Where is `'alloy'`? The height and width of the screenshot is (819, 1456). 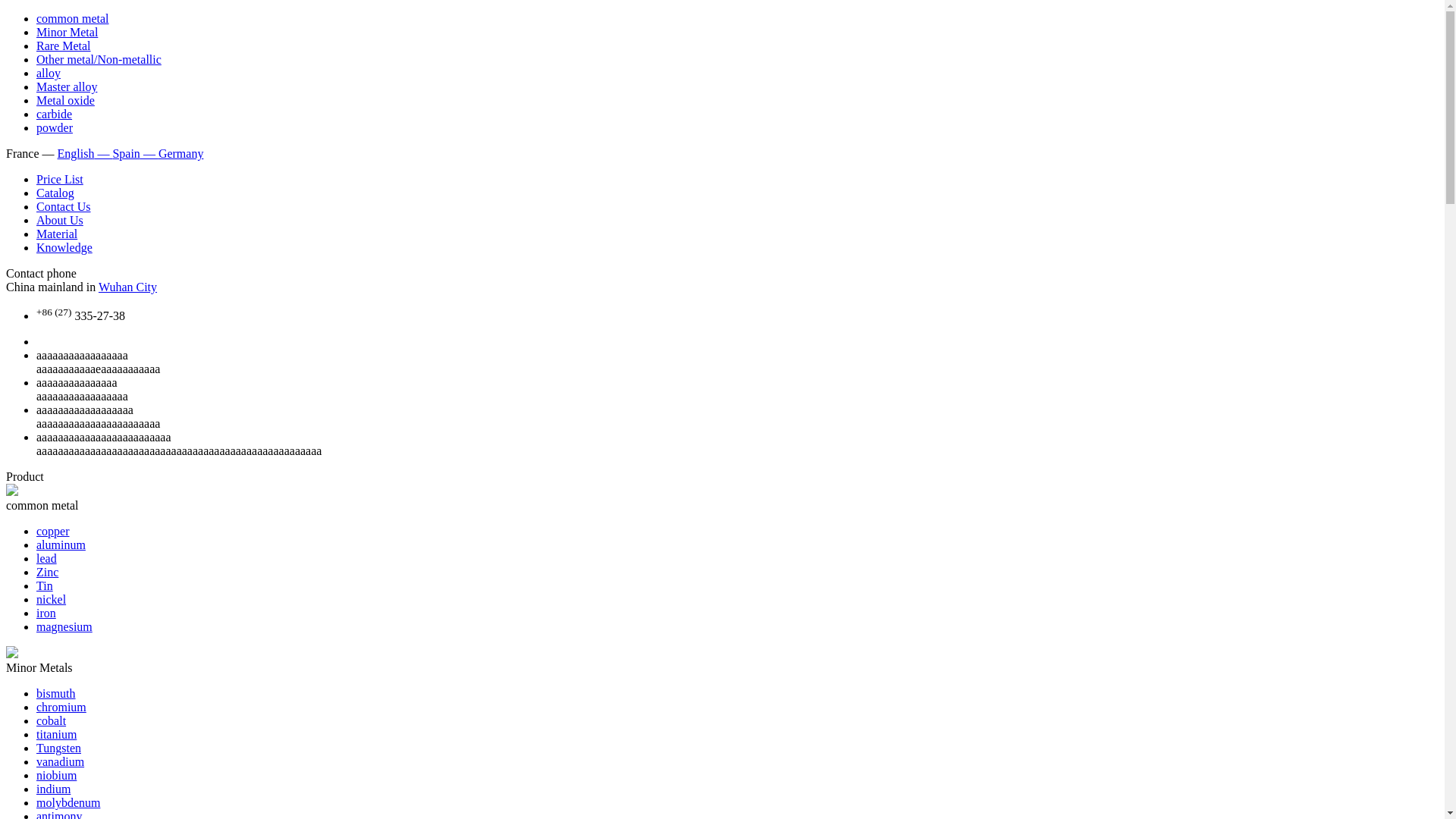
'alloy' is located at coordinates (36, 73).